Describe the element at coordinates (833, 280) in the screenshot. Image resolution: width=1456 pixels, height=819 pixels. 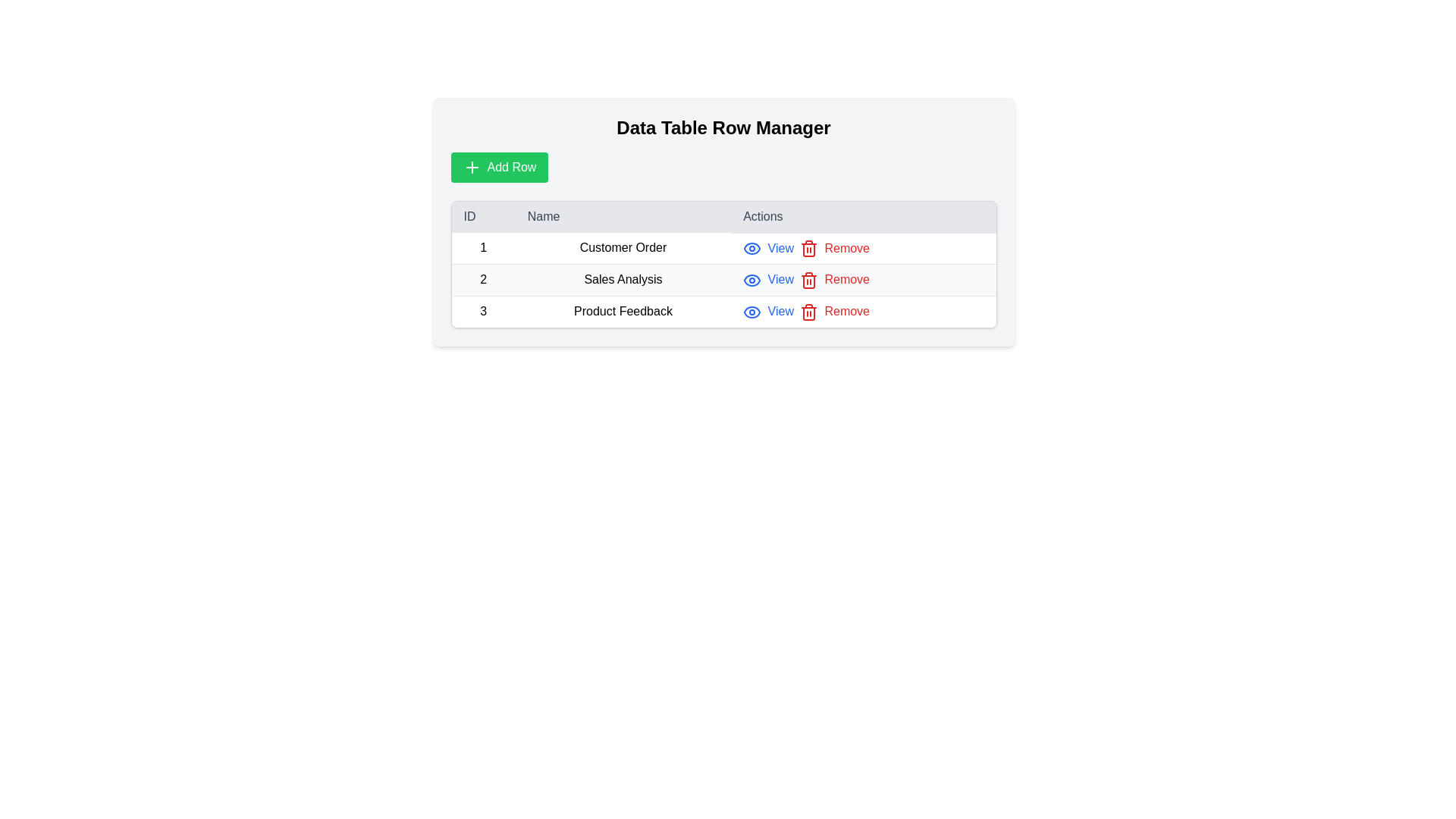
I see `the Link styled as a button in the second row of the 'Actions' column` at that location.